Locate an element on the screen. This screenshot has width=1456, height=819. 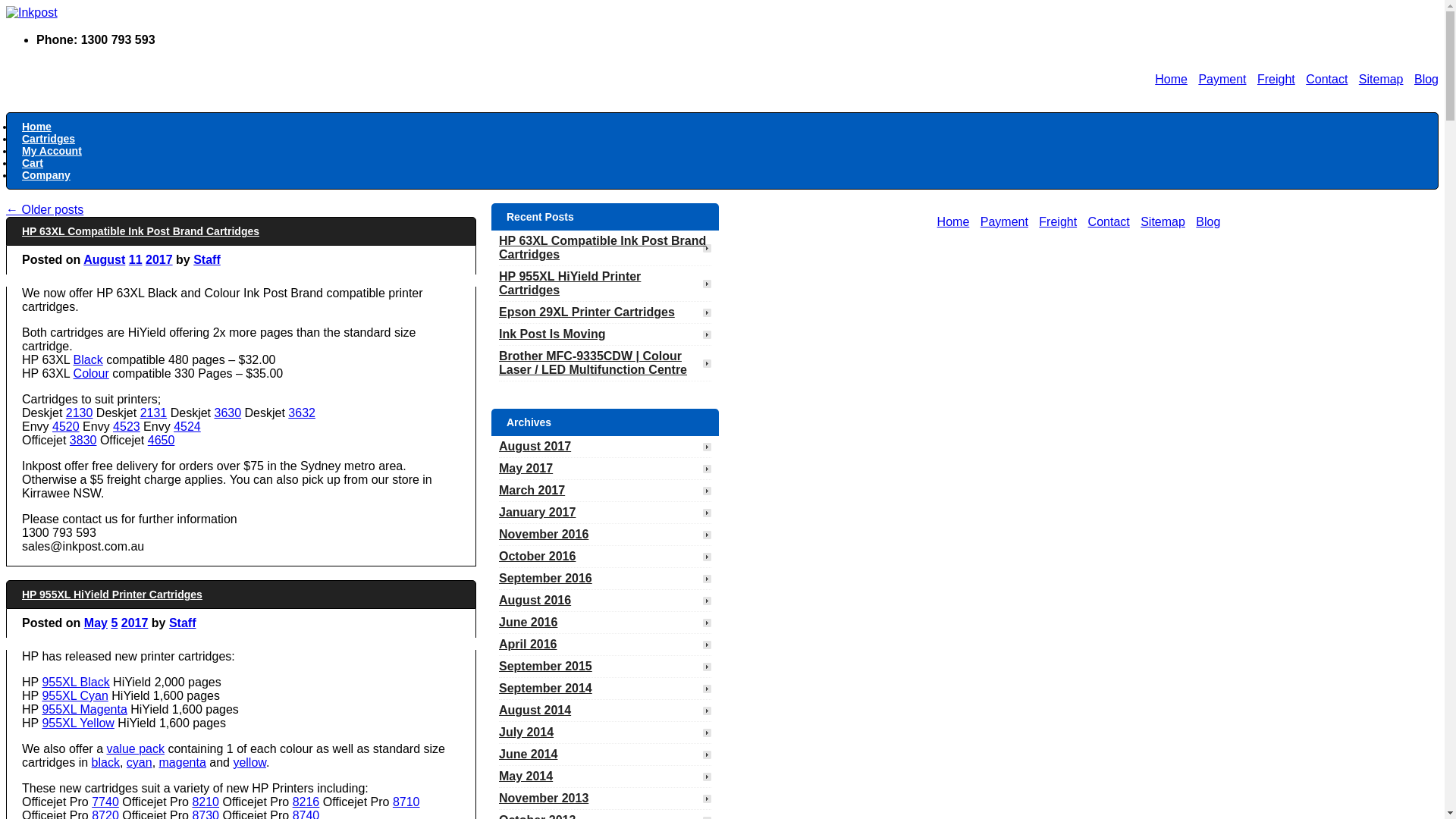
'Epson 29XL Printer Cartridges' is located at coordinates (498, 311).